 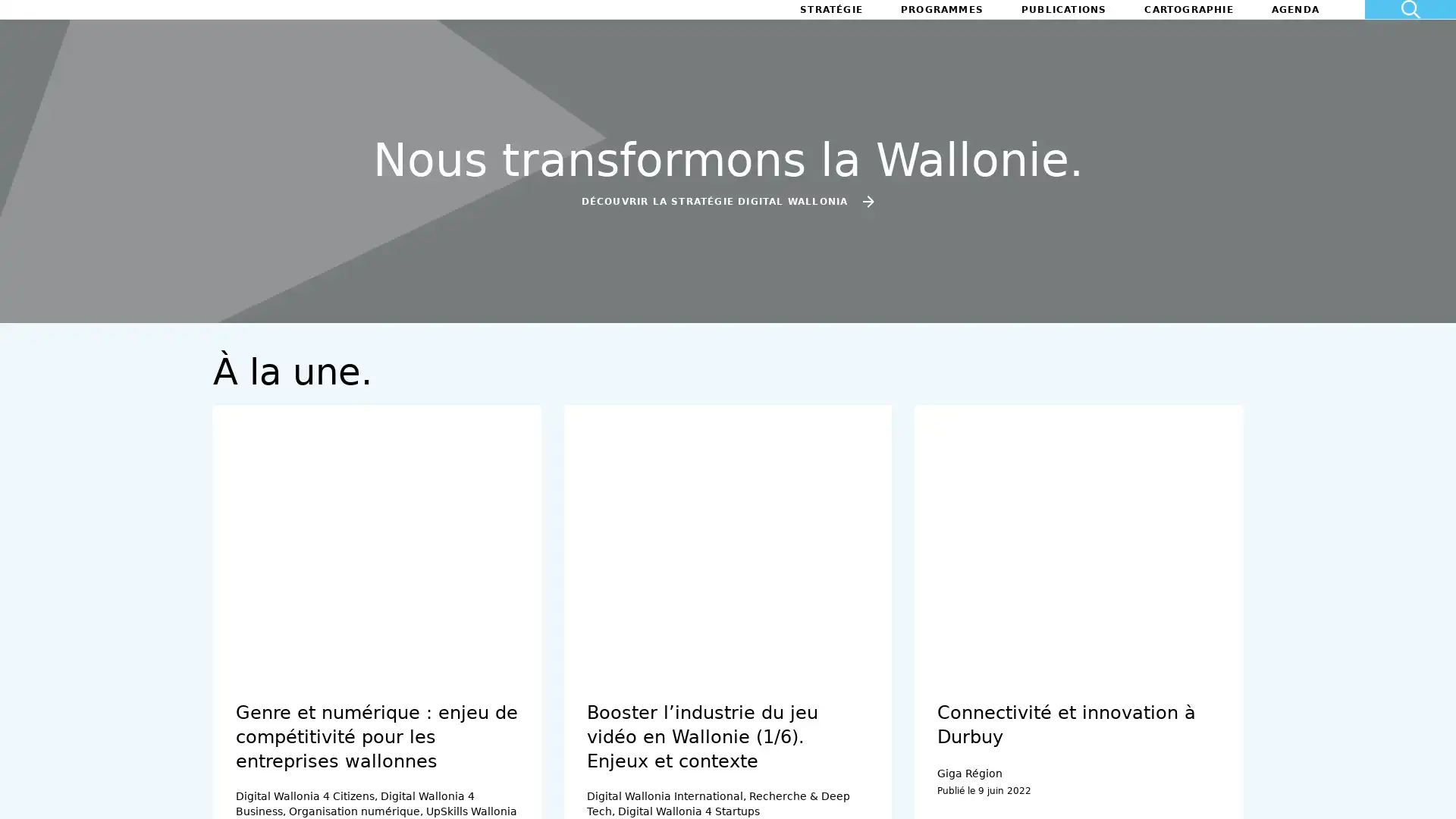 I want to click on Non merci, so click(x=67, y=742).